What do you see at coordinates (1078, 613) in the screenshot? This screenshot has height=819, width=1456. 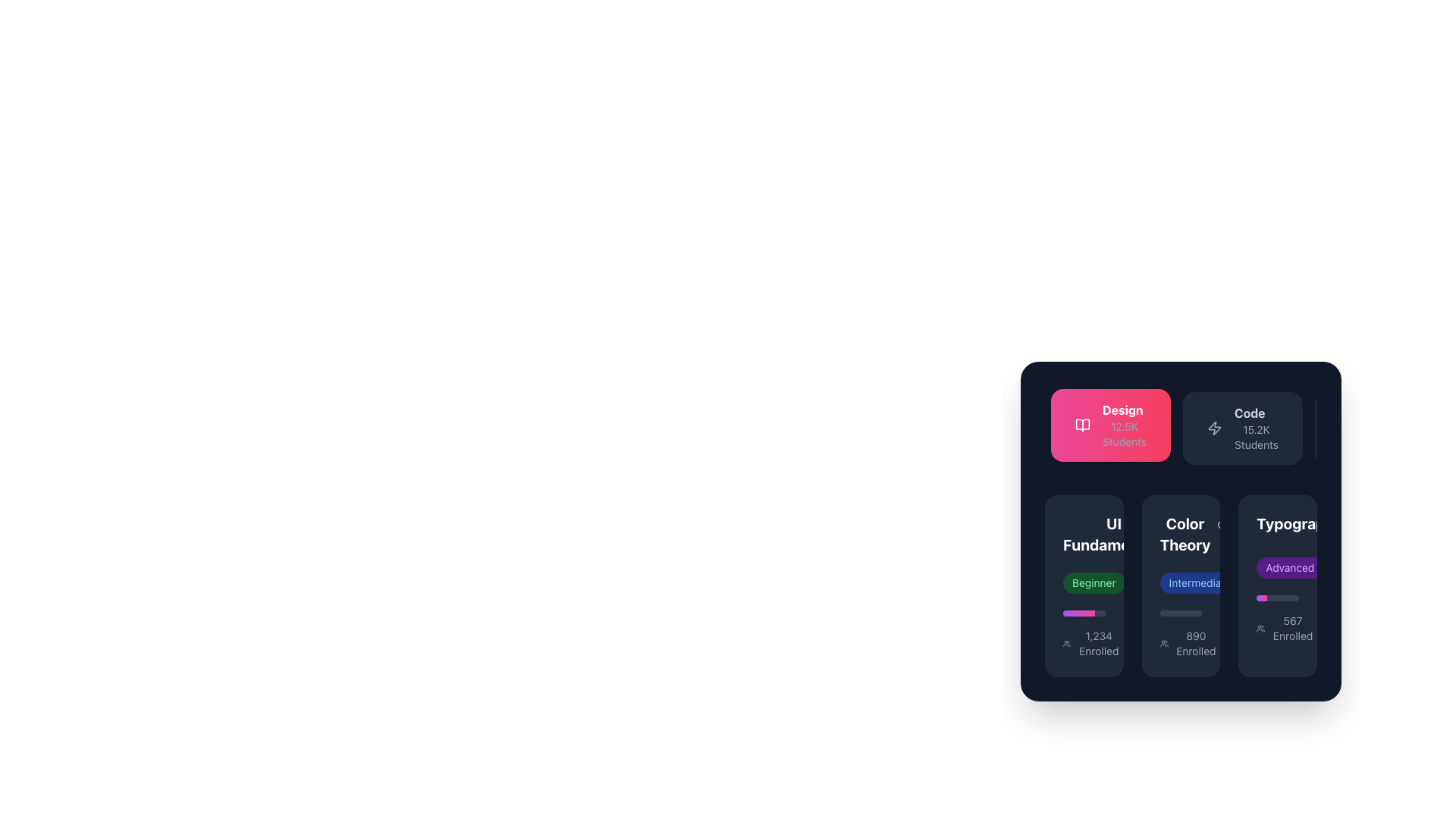 I see `the progress bar segment that is a rectangular shape with a gradient color transitioning from purple to pink, located within a rounded gray horizontal track, indicating a progress status` at bounding box center [1078, 613].